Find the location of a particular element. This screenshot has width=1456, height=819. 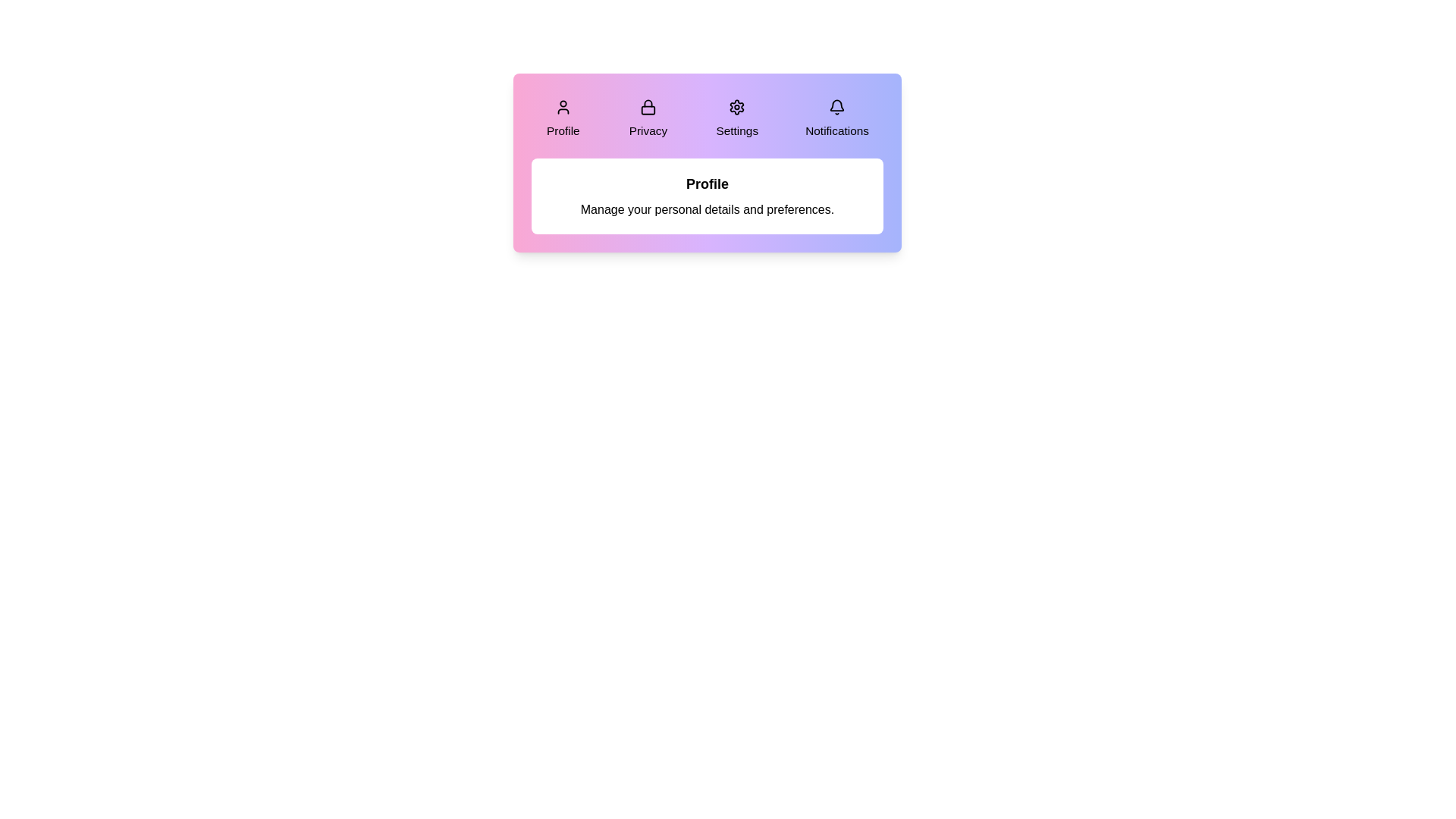

the icon of the tab labeled Notifications is located at coordinates (836, 106).